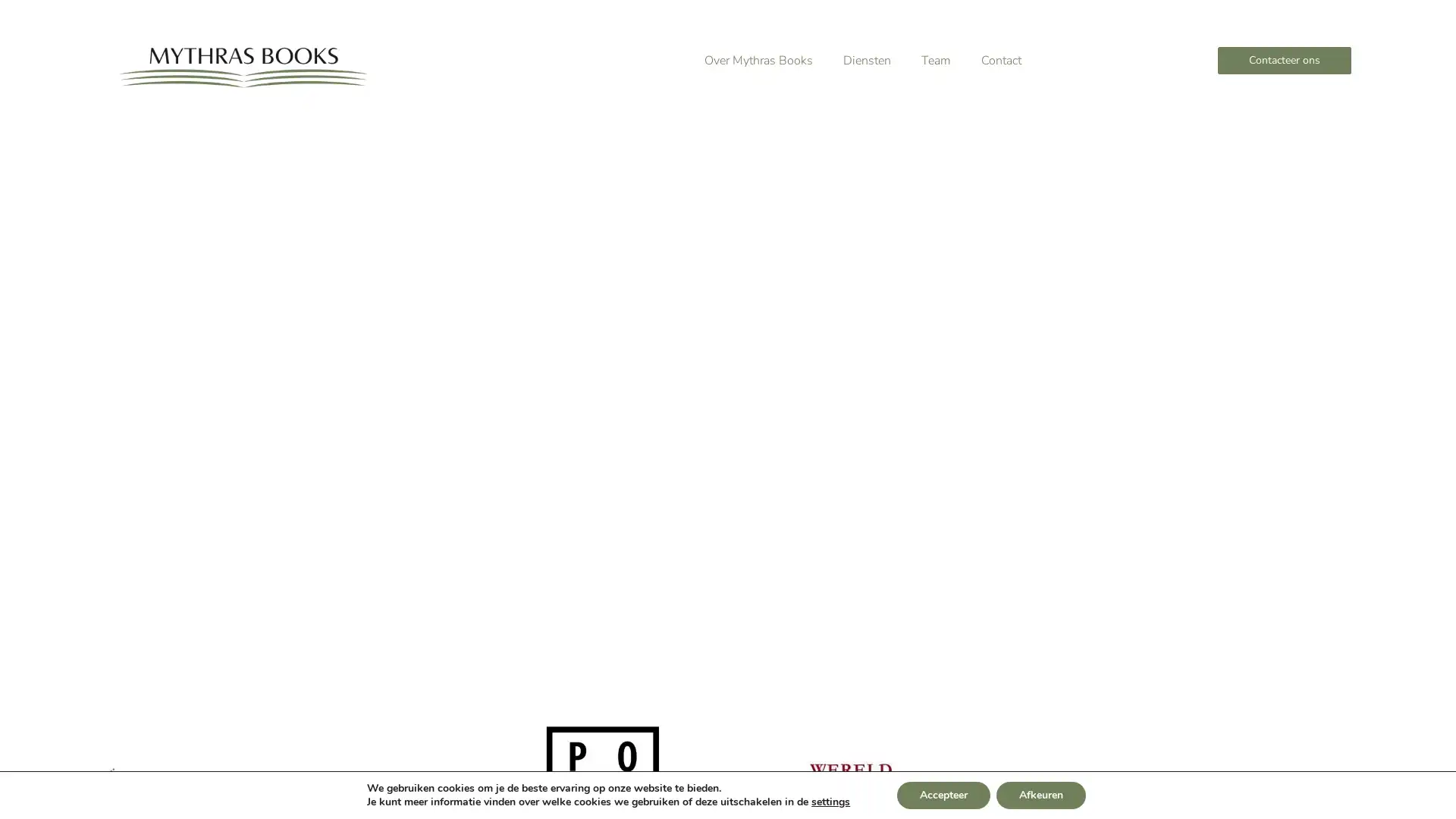 The height and width of the screenshot is (819, 1456). What do you see at coordinates (351, 421) in the screenshot?
I see `Neem contact op` at bounding box center [351, 421].